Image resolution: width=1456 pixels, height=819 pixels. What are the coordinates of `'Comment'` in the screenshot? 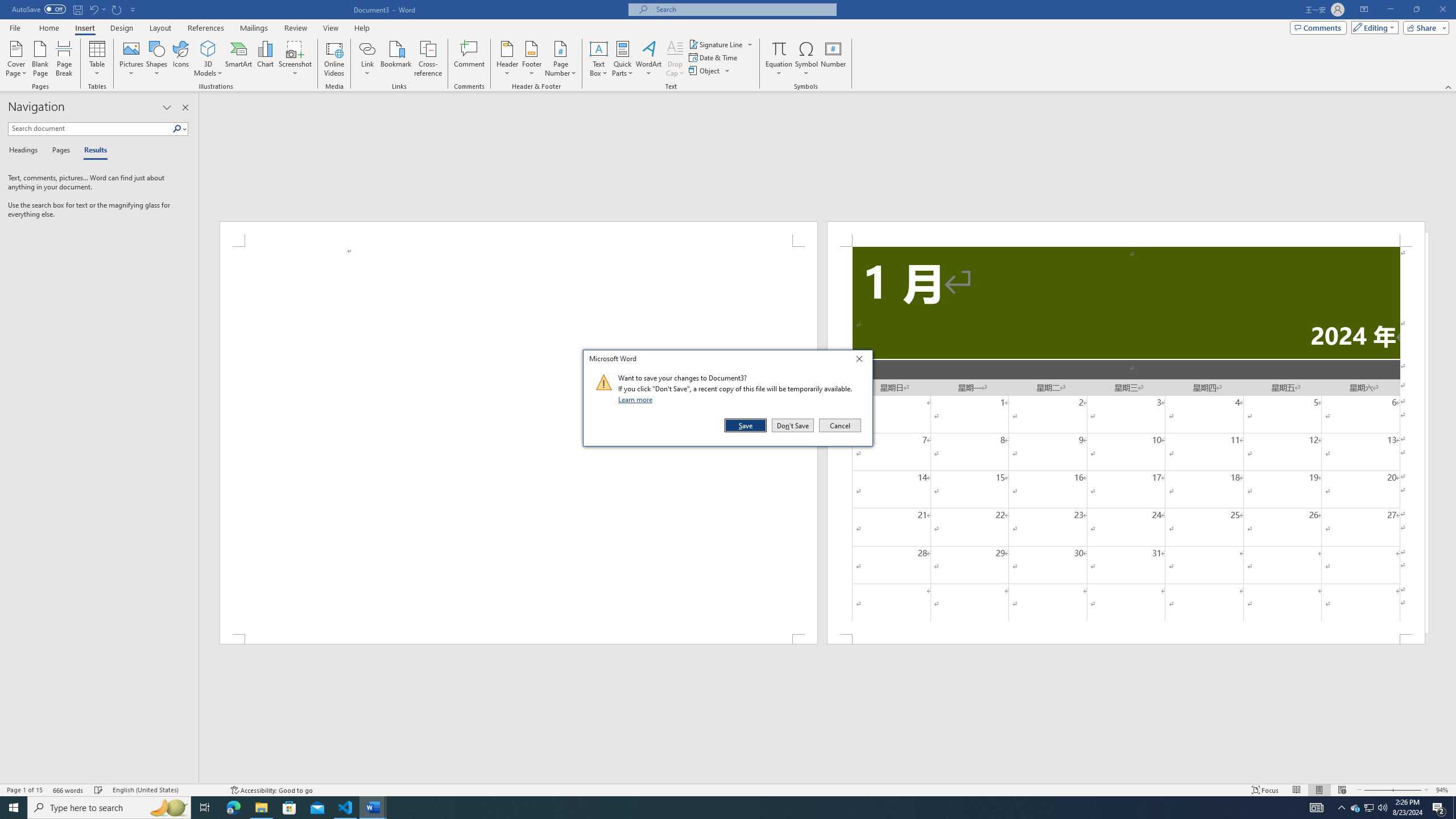 It's located at (469, 59).